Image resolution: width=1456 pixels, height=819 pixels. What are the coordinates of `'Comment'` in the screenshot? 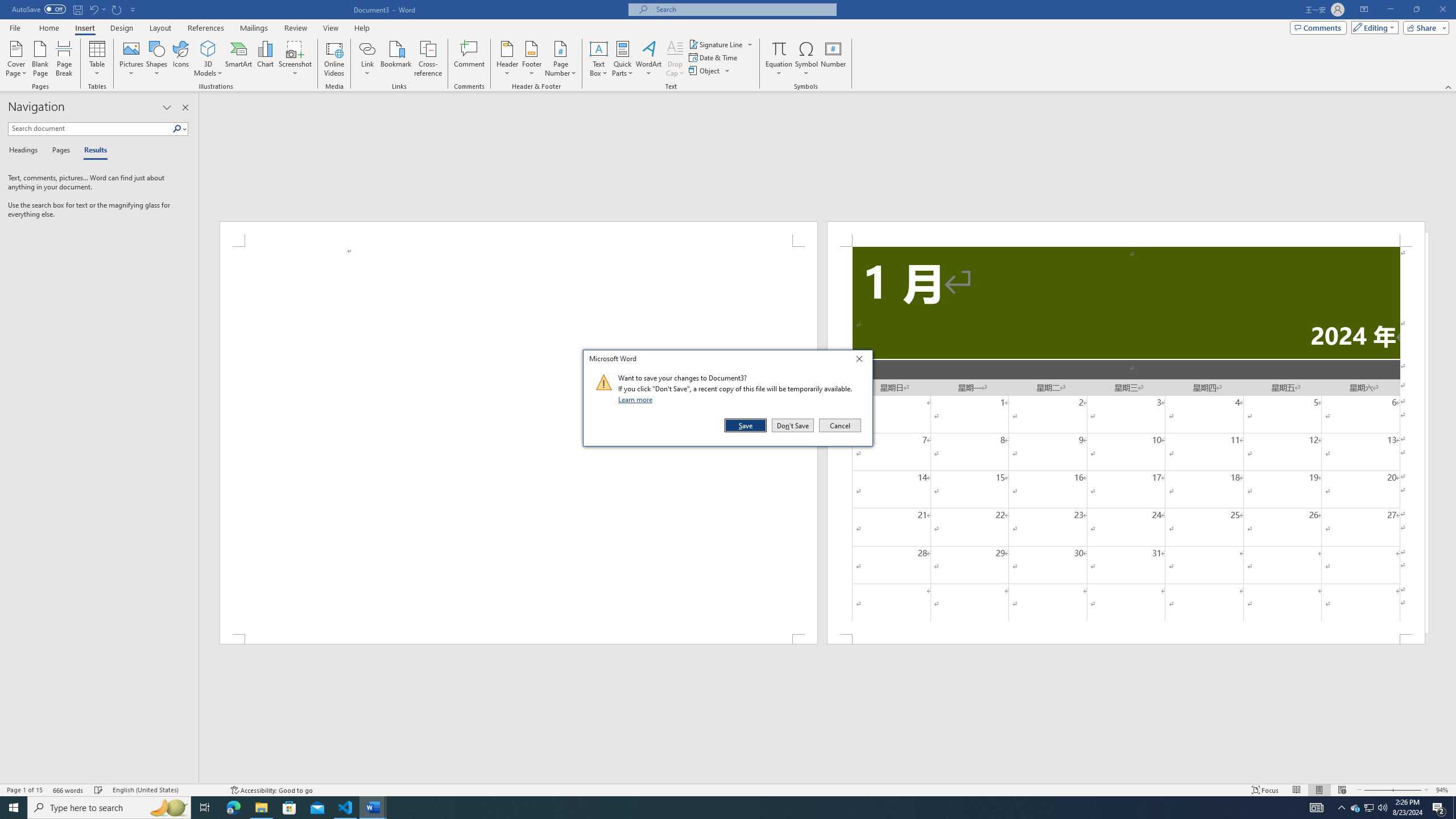 It's located at (469, 59).